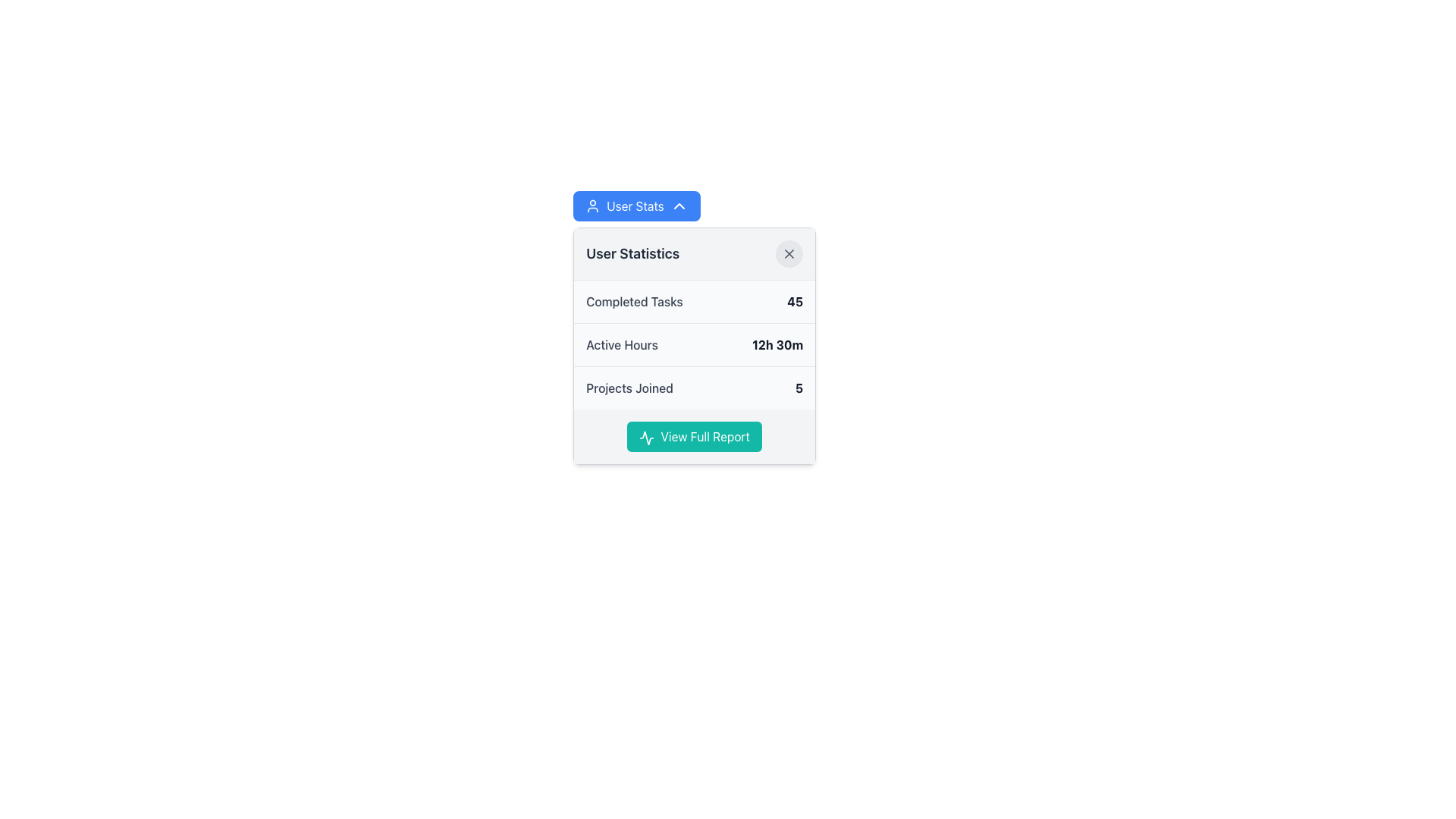 The width and height of the screenshot is (1456, 819). I want to click on the 'Active Hours' text label, which is styled in medium-weight gray font and aligned to the left in the 'User Statistics' section, positioned above 'Projects Joined' and left of '12h 30m', so click(622, 345).